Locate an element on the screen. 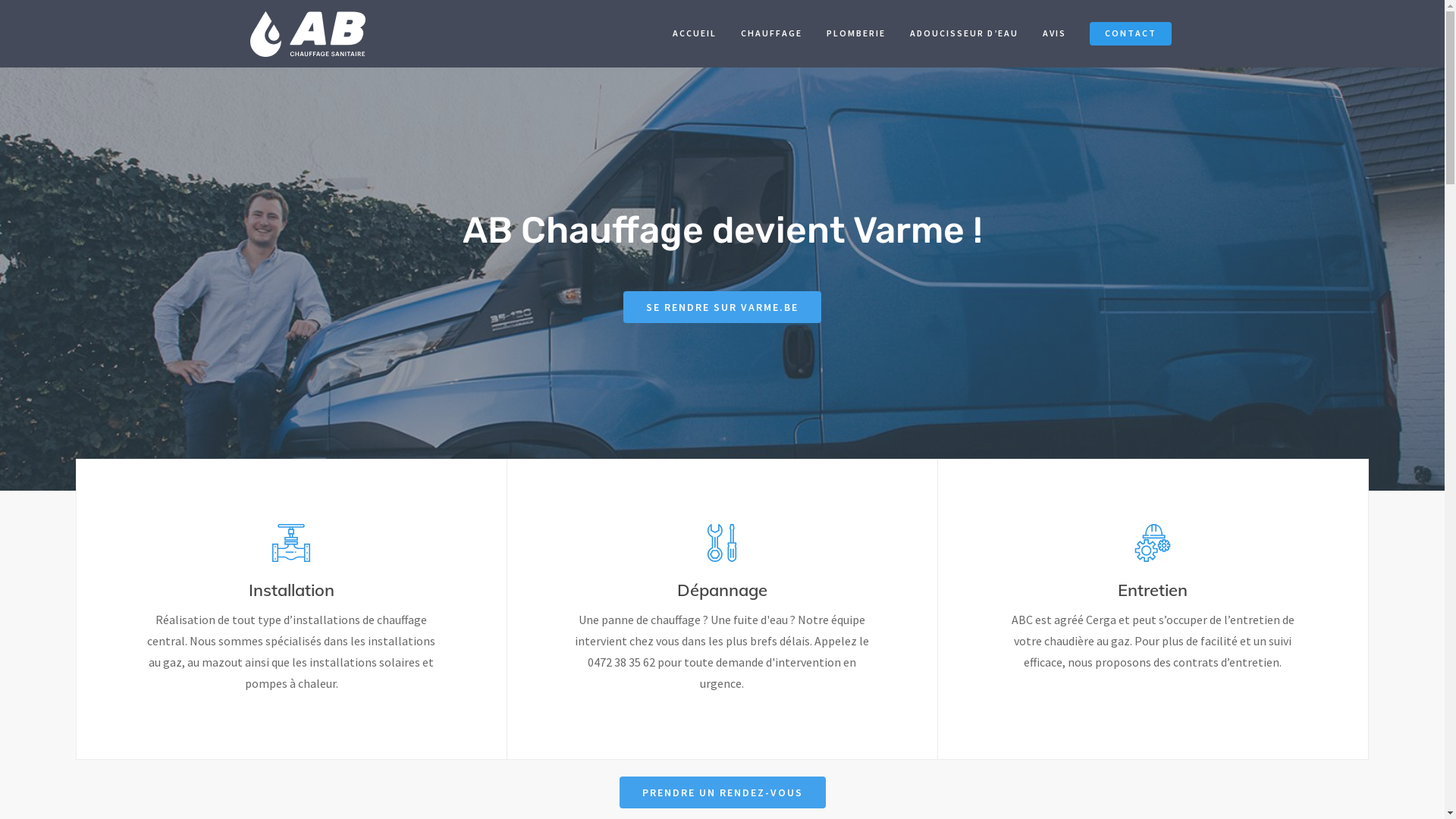  'CHAUFFAGE' is located at coordinates (771, 38).